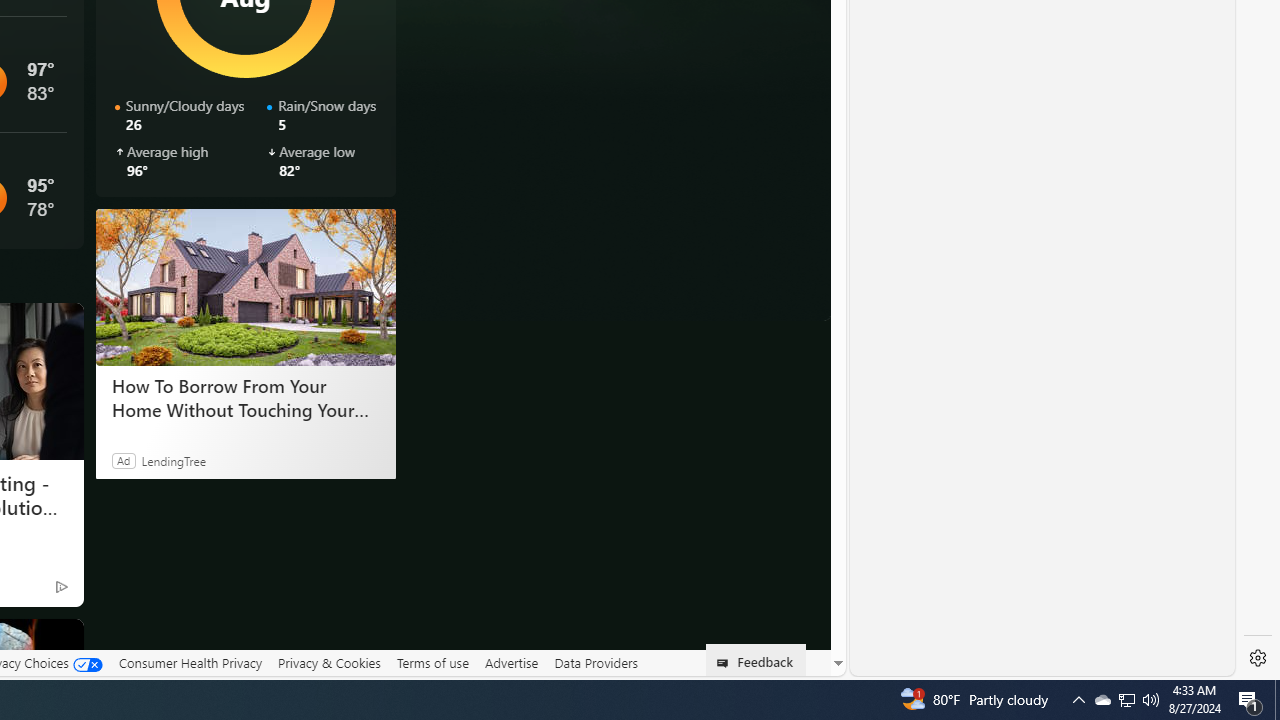  Describe the element at coordinates (726, 663) in the screenshot. I see `'Class: feedback_link_icon-DS-EntryPoint1-1'` at that location.